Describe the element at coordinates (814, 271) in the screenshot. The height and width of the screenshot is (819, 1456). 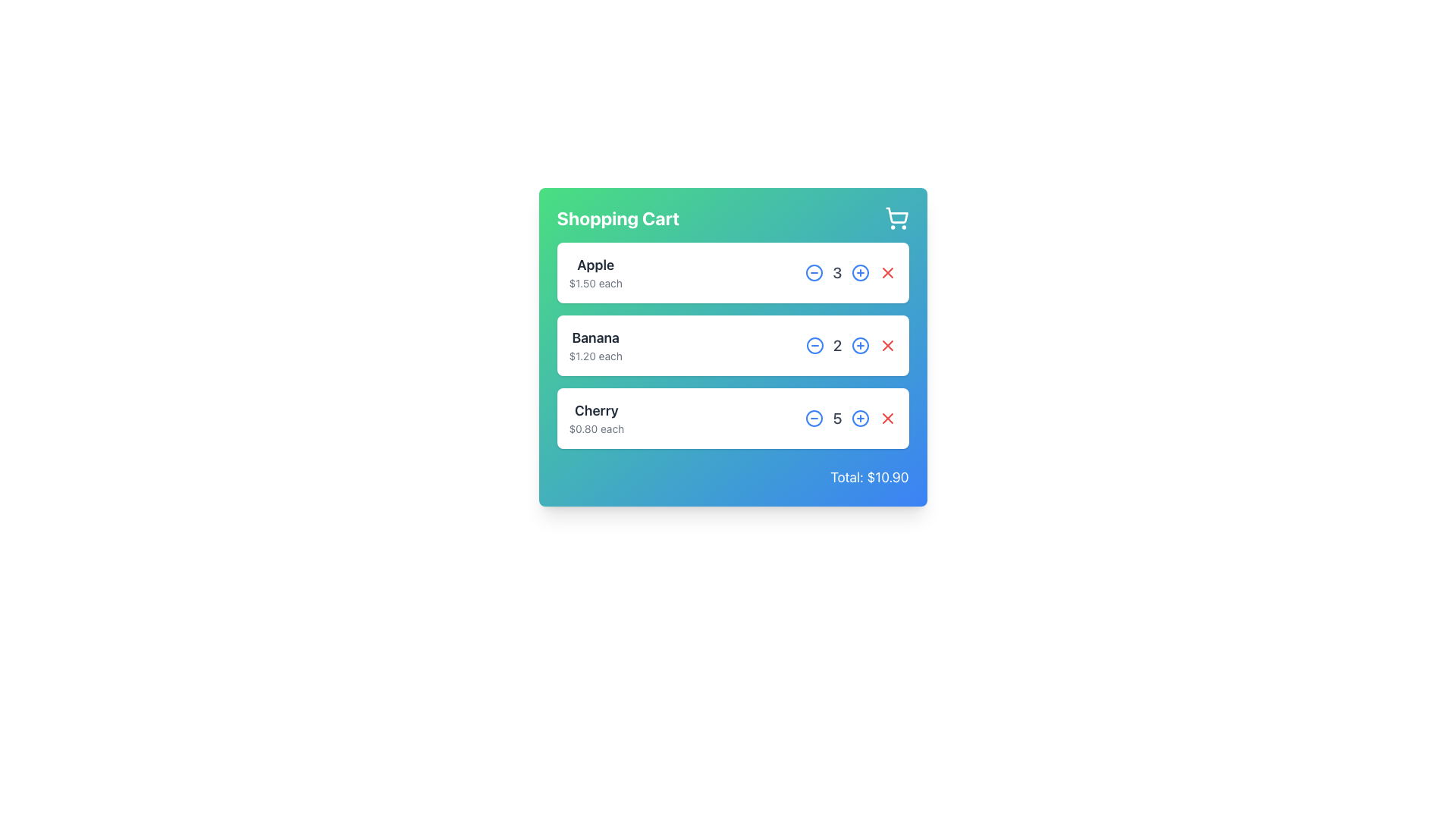
I see `the button that decreases the quantity of the shopping cart item, located to the immediate left of the quantity number '3' and to the right of the item name 'Apple'` at that location.